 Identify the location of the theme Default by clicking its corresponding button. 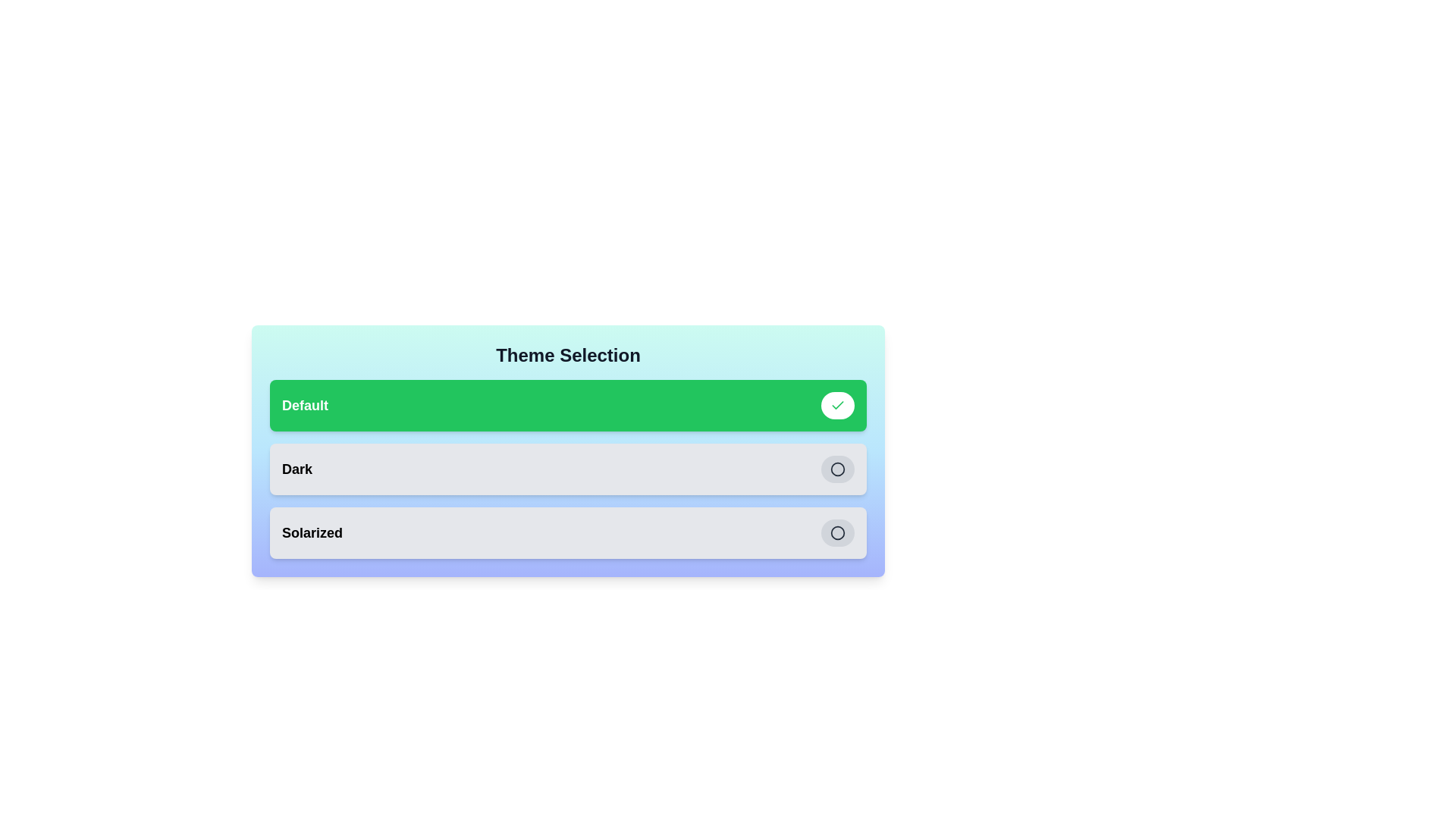
(836, 405).